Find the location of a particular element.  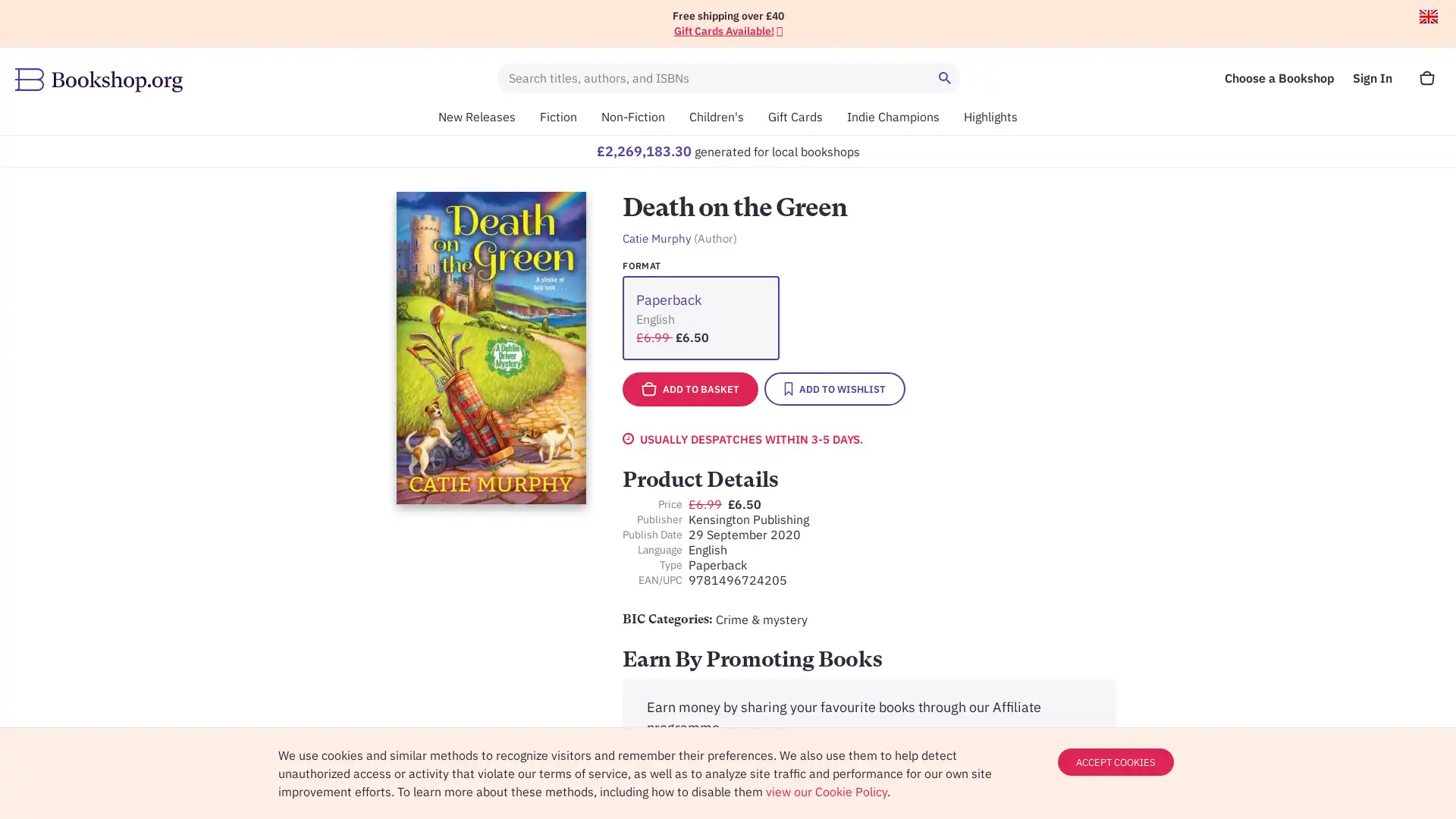

ADD TO BASKET is located at coordinates (695, 388).